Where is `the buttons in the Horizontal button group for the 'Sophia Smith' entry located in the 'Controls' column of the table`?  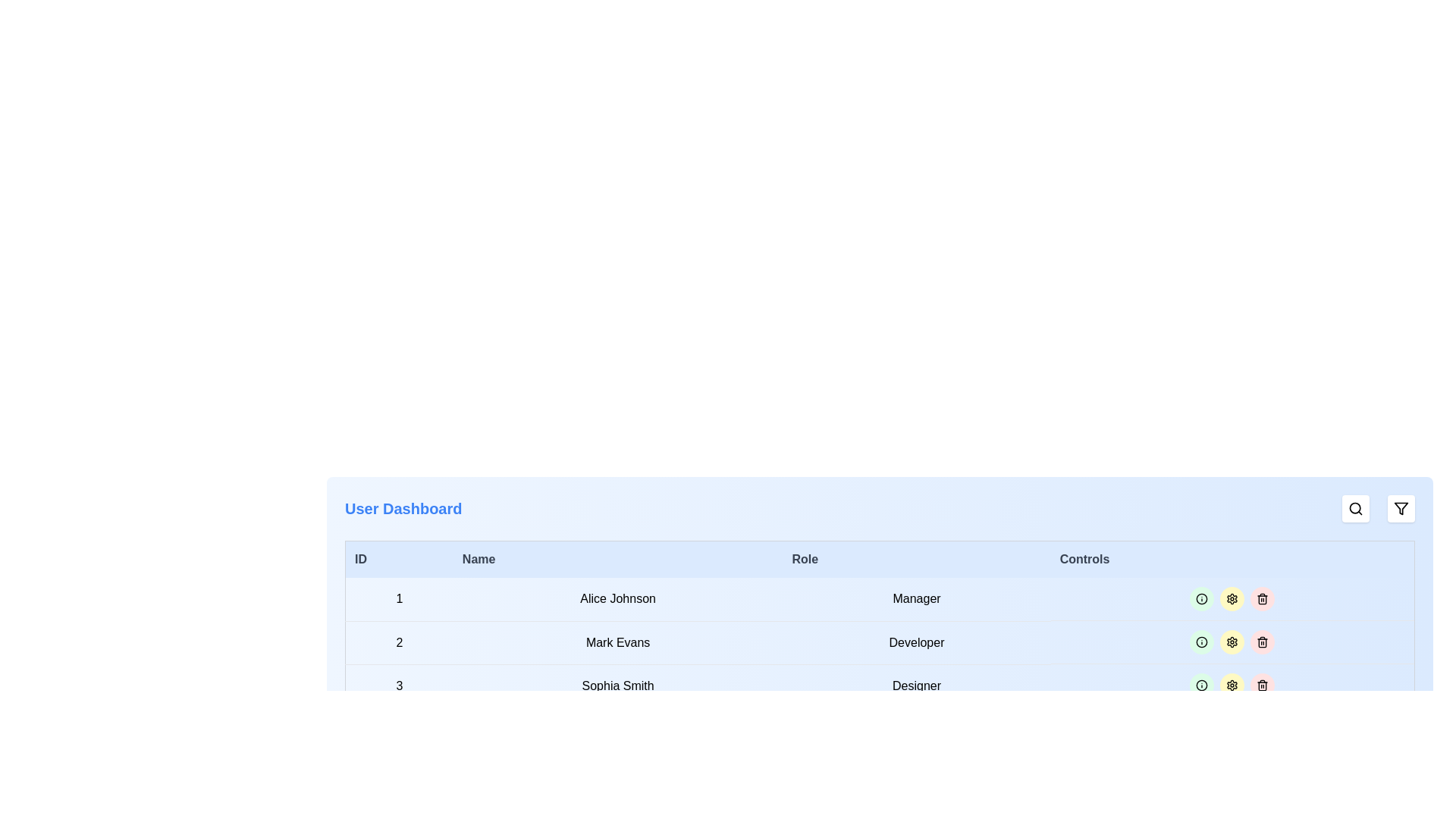
the buttons in the Horizontal button group for the 'Sophia Smith' entry located in the 'Controls' column of the table is located at coordinates (1232, 686).